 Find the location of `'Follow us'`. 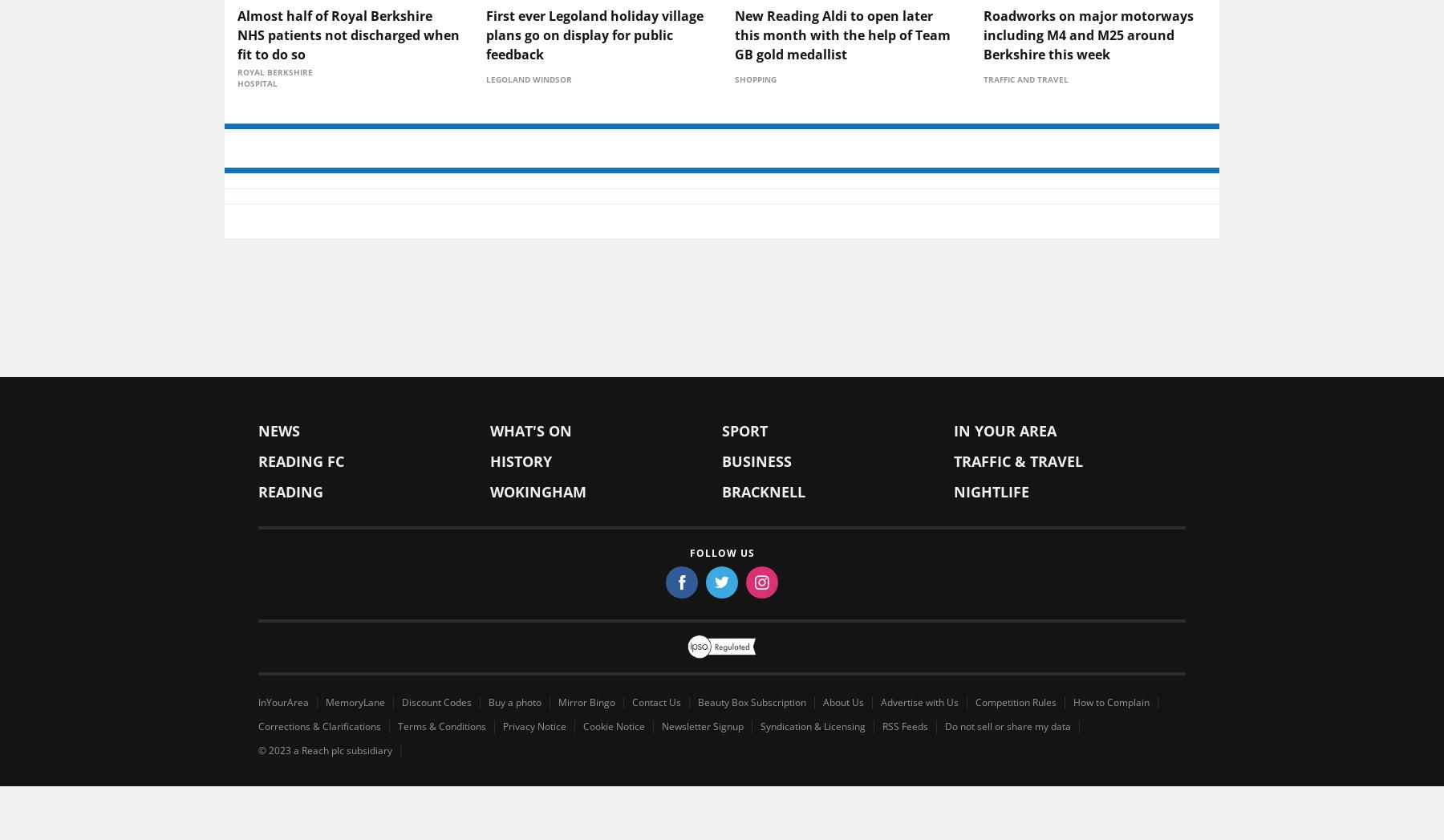

'Follow us' is located at coordinates (721, 680).